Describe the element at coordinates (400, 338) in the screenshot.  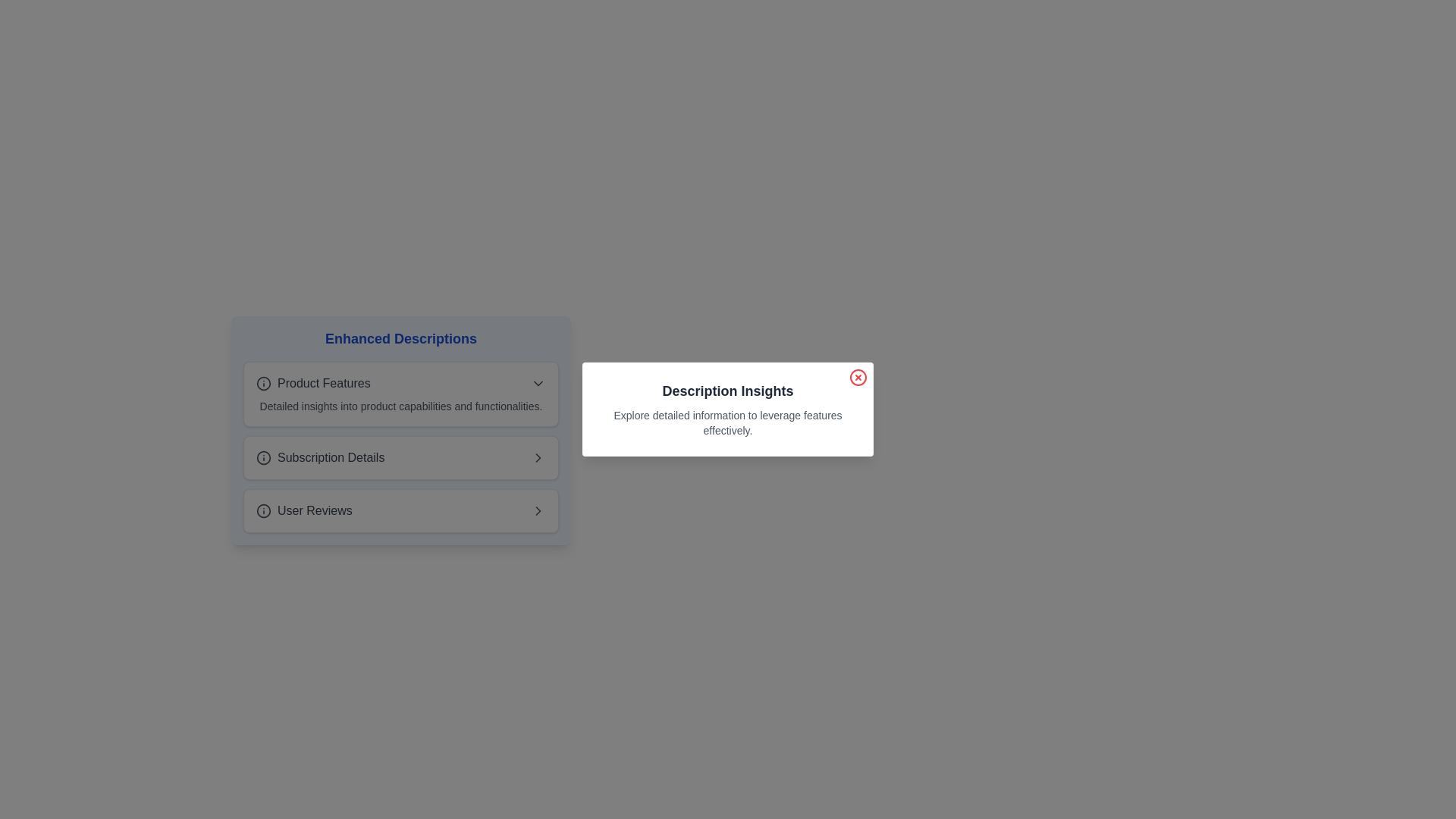
I see `the 'Enhanced Descriptions' Text Label to highlight the section title` at that location.